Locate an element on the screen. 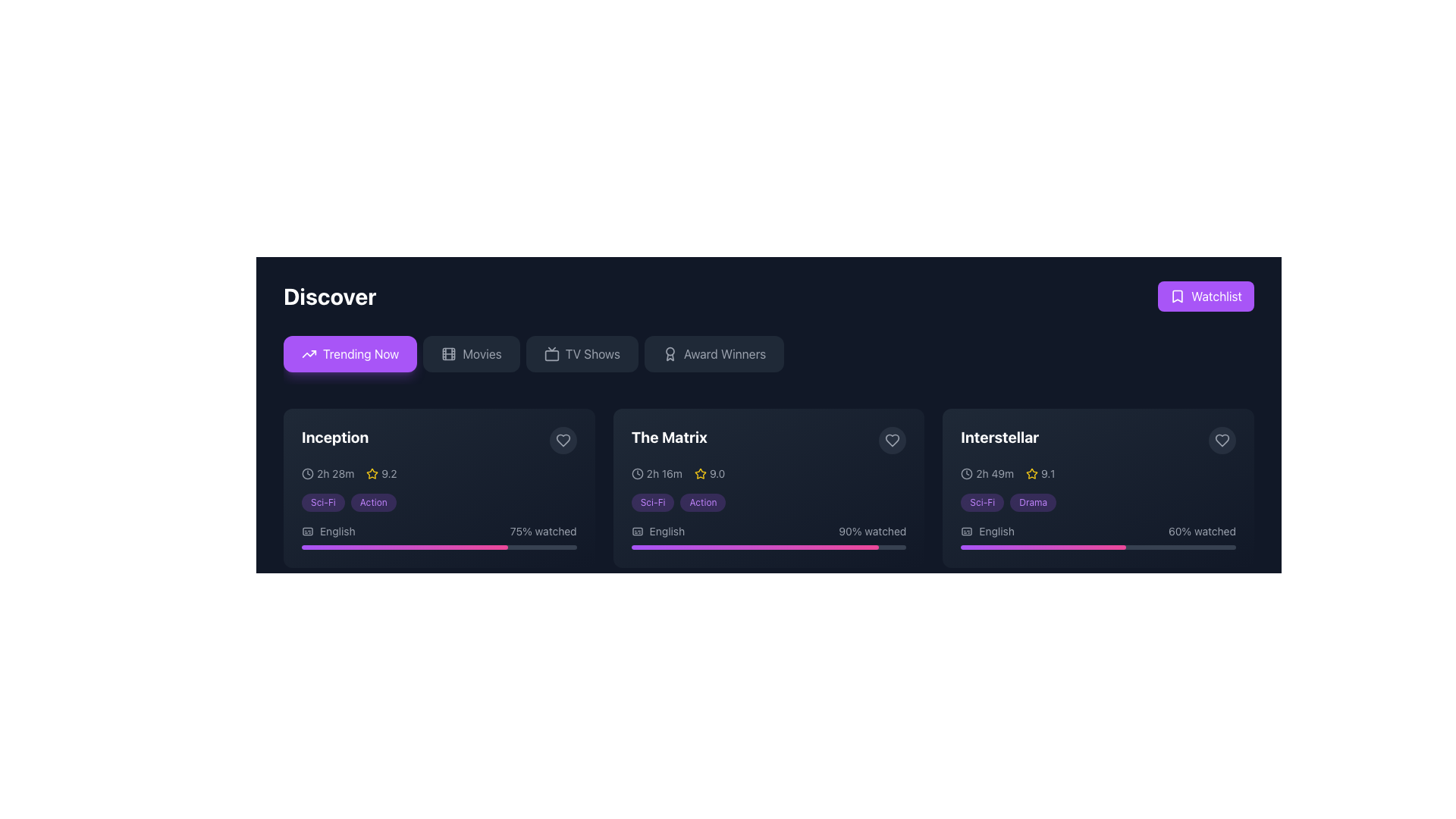  the bold, large white text label 'Interstellar' which changes to purple on hover, located in the upper-left corner of the third card in a horizontal list of similar cards is located at coordinates (999, 438).